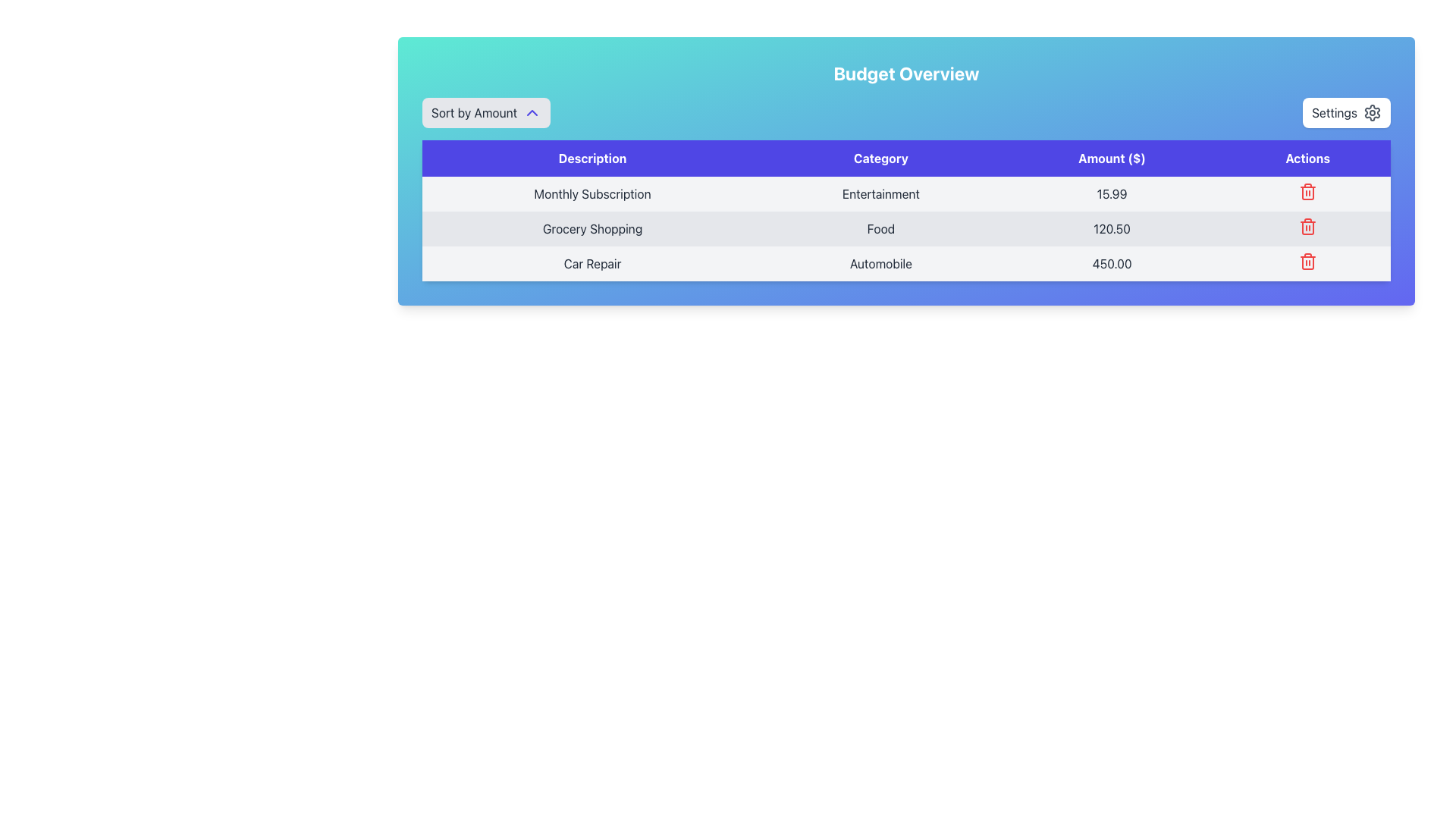  Describe the element at coordinates (1112, 228) in the screenshot. I see `the text display showing the expense amount for 'Grocery Shopping' in the 'Amount ($)' column of the table` at that location.